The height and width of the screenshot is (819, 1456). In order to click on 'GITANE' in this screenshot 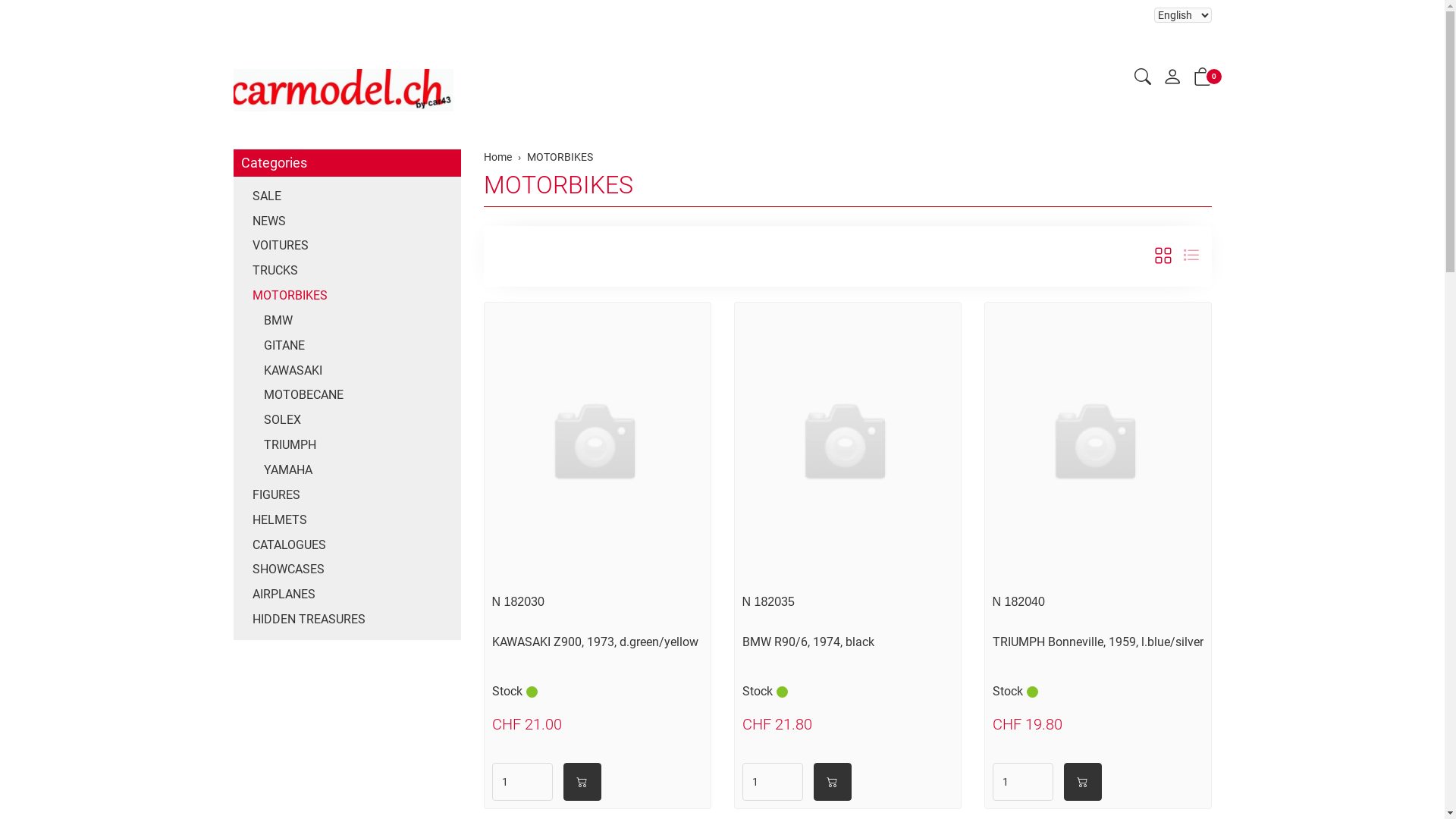, I will do `click(240, 346)`.